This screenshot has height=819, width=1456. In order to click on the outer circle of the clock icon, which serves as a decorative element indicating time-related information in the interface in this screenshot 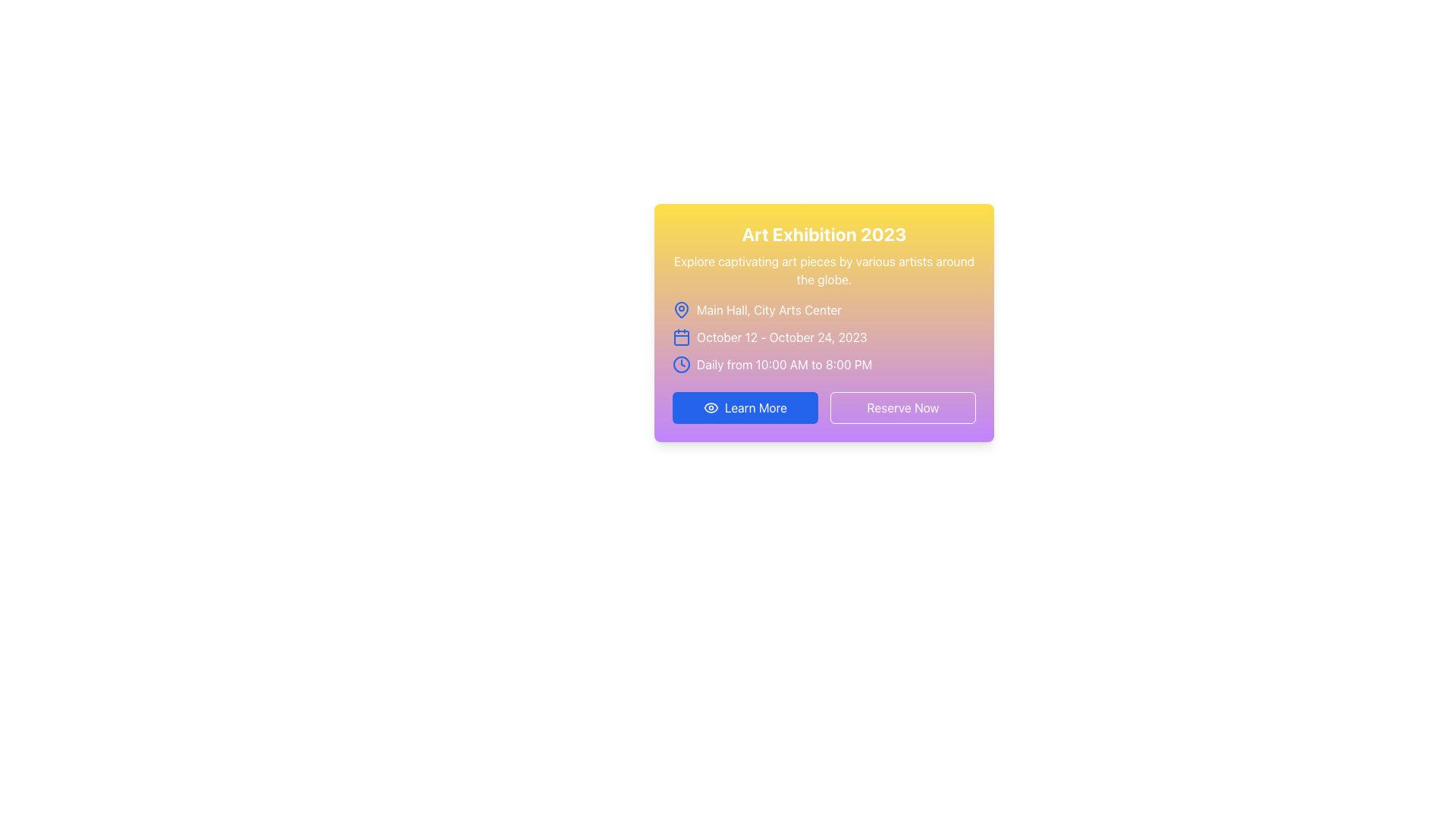, I will do `click(680, 365)`.